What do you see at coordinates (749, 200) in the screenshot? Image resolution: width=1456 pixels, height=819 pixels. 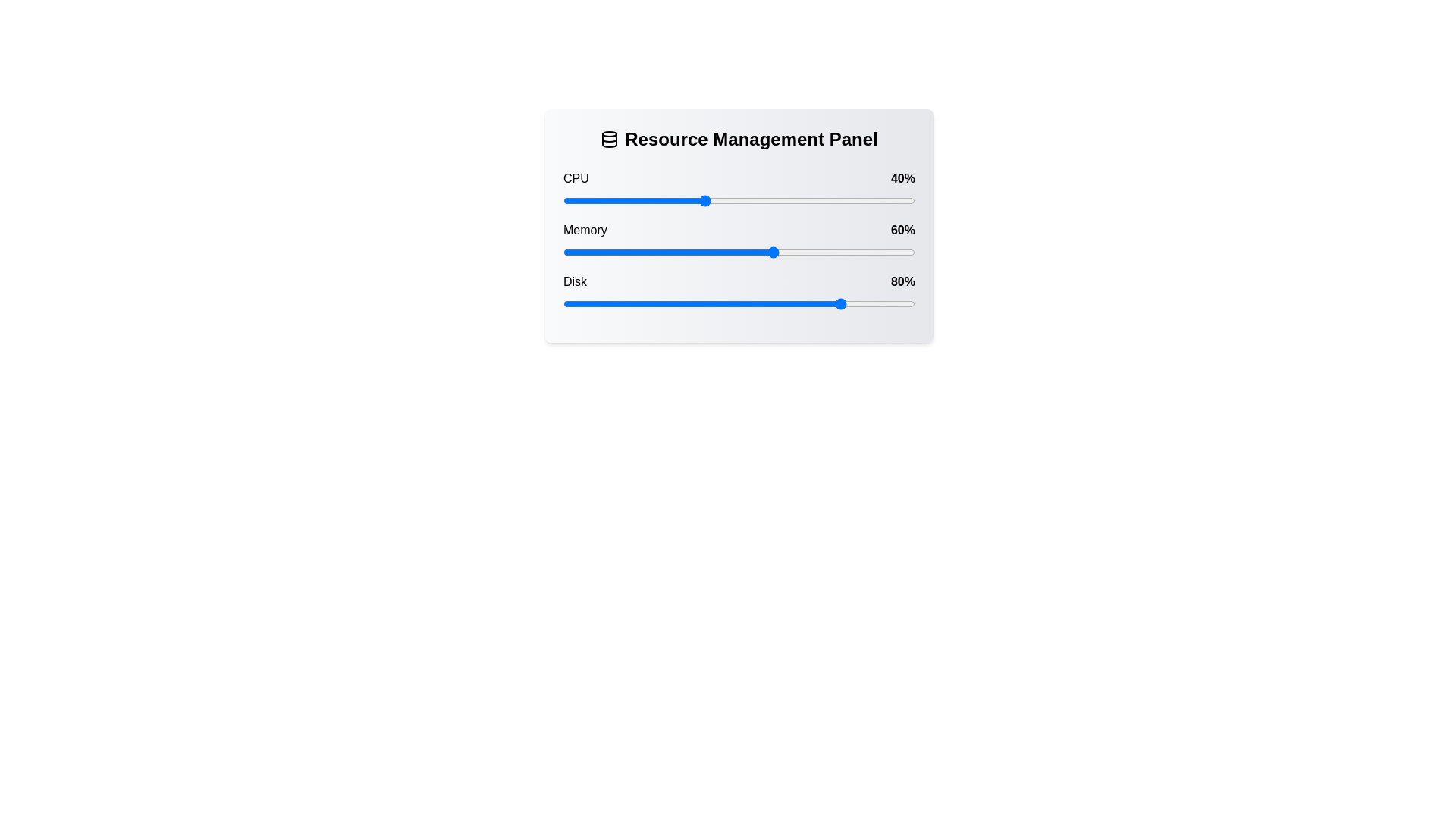 I see `the CPU slider to 53%` at bounding box center [749, 200].